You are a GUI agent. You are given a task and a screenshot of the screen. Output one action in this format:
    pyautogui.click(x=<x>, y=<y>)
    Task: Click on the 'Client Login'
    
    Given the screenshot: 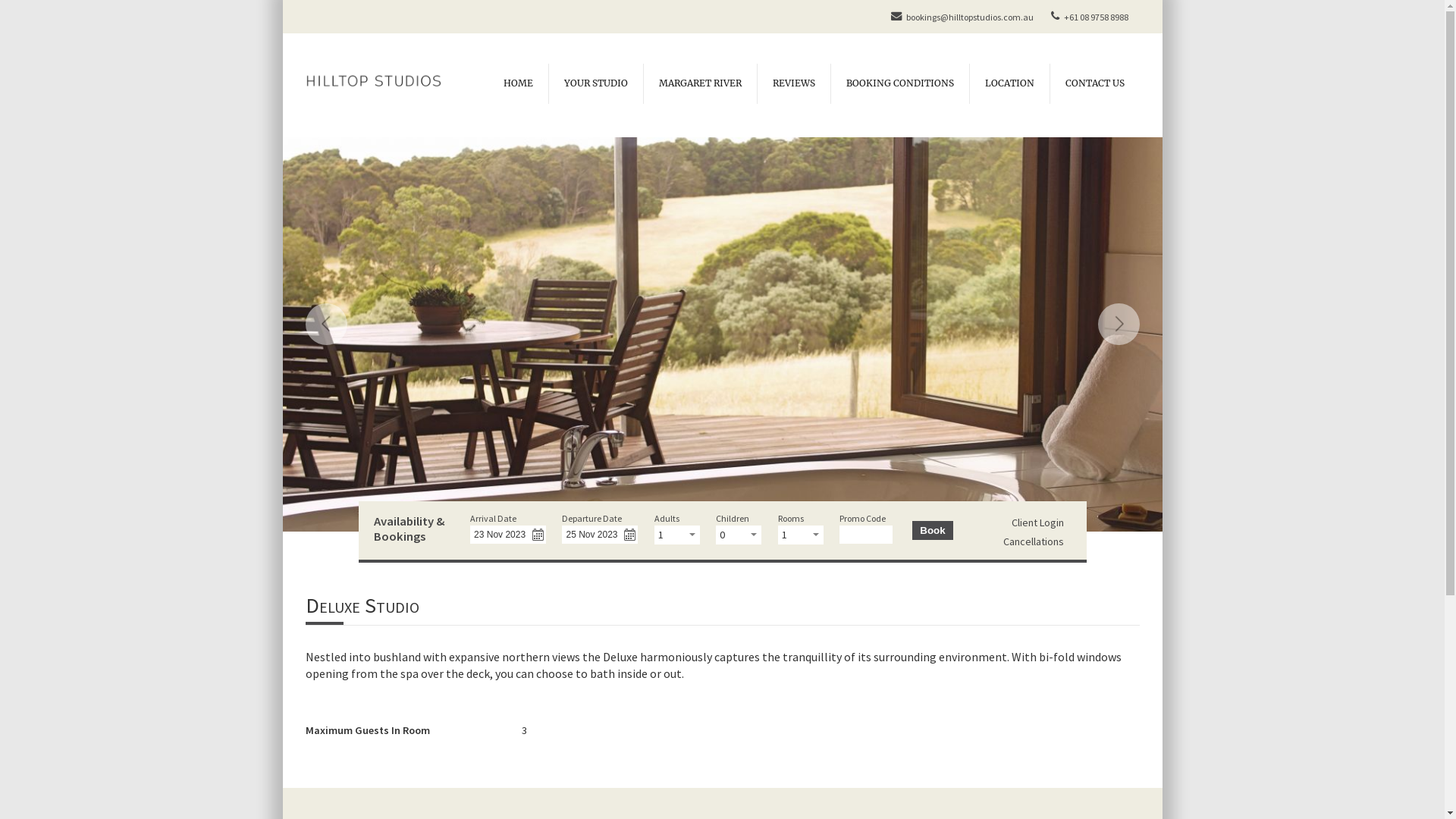 What is the action you would take?
    pyautogui.click(x=1037, y=522)
    